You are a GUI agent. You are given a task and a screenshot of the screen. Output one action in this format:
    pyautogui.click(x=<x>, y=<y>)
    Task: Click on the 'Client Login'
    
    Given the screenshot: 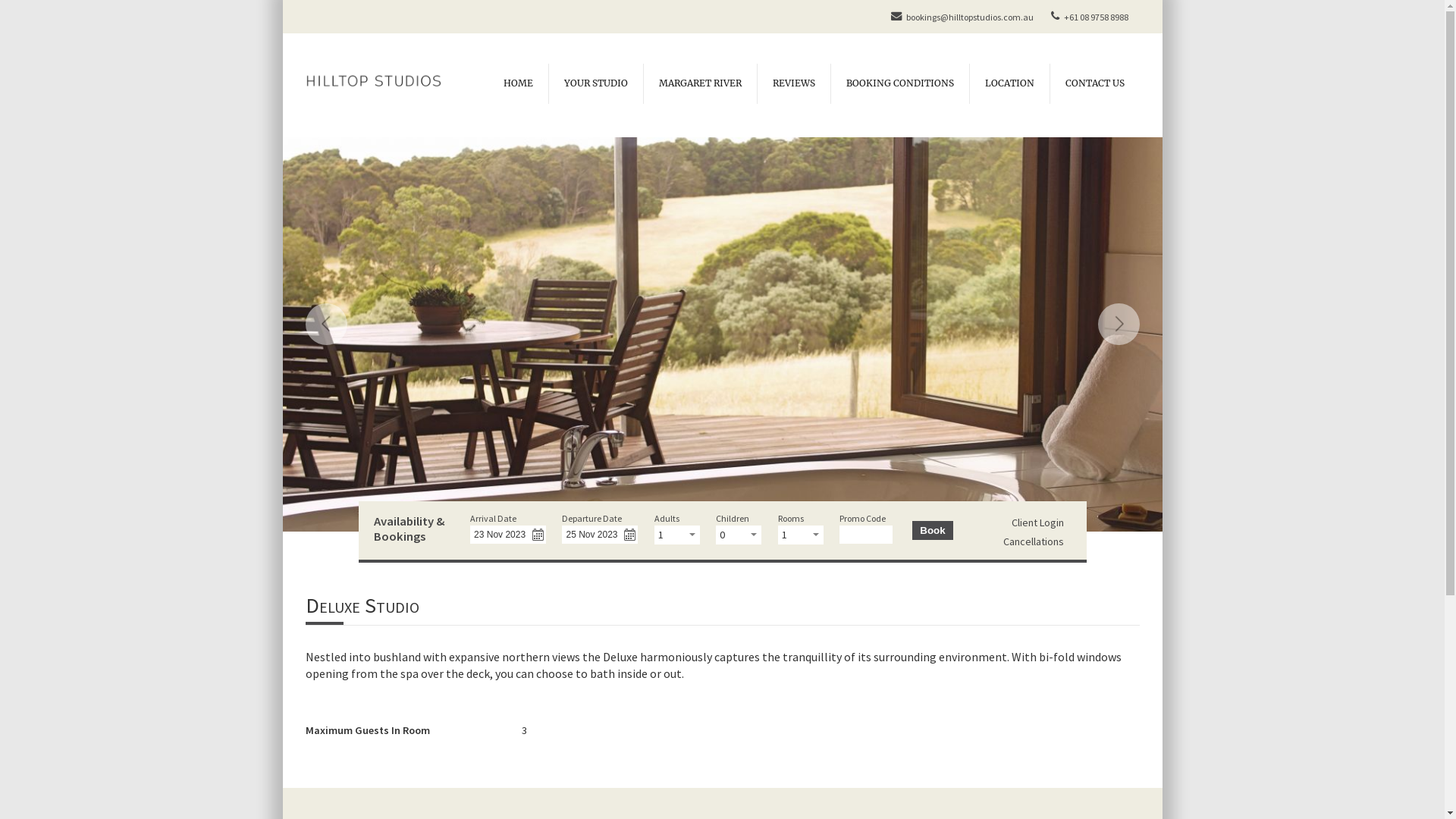 What is the action you would take?
    pyautogui.click(x=1037, y=522)
    